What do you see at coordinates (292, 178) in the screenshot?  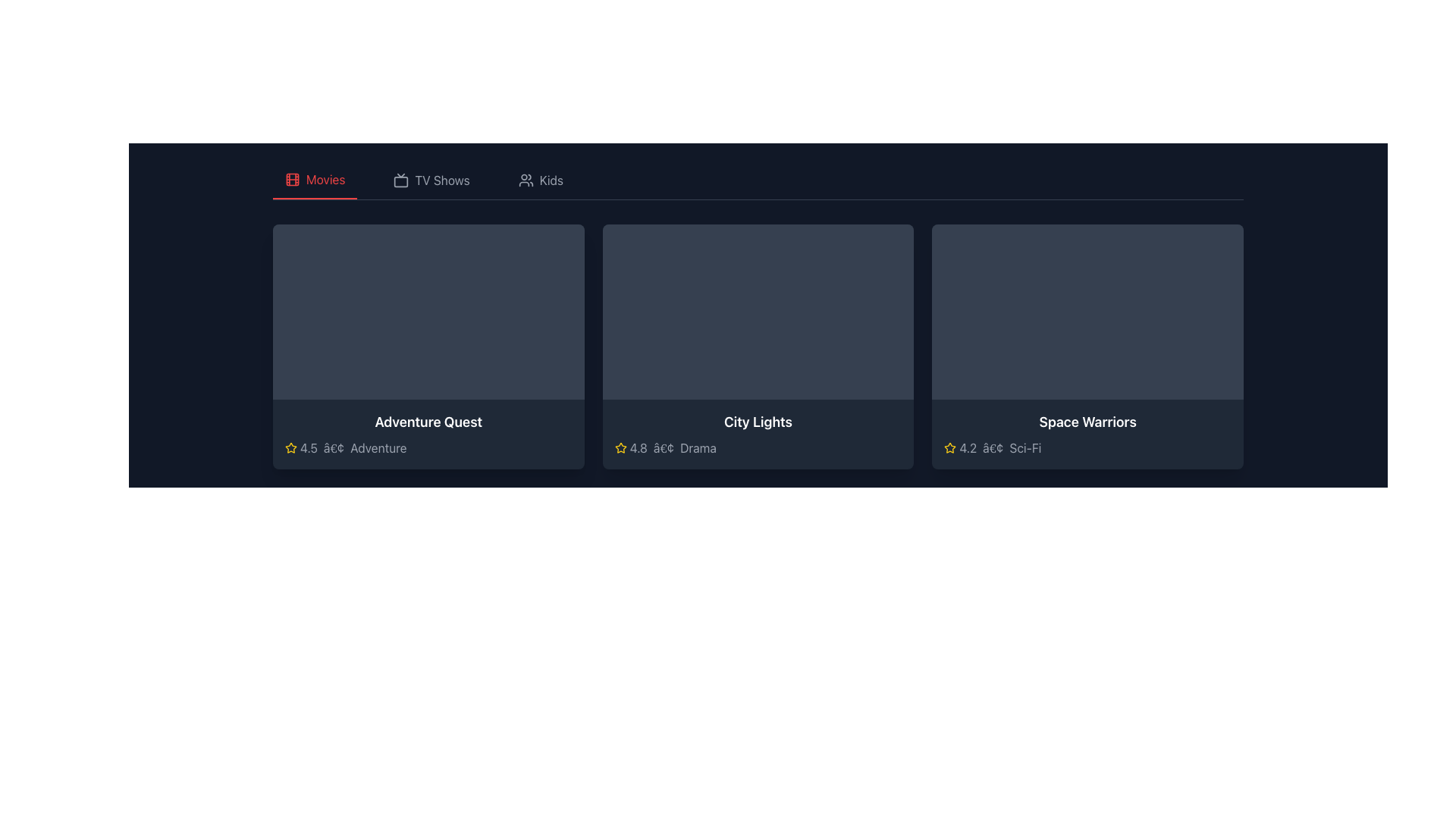 I see `the active film reel icon located to the left of the 'Movies' label in the top navigation bar` at bounding box center [292, 178].